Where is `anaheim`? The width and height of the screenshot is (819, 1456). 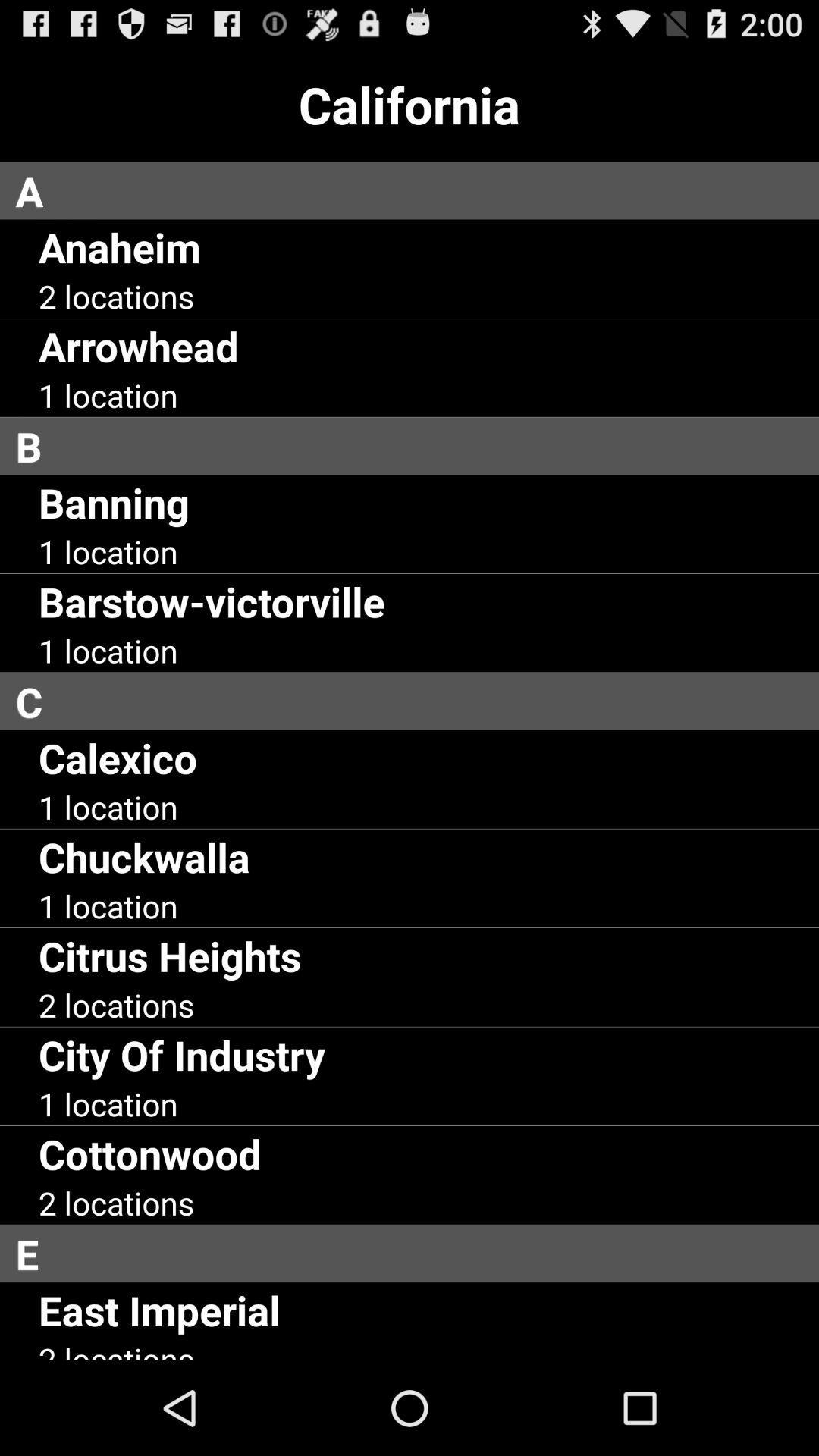 anaheim is located at coordinates (118, 246).